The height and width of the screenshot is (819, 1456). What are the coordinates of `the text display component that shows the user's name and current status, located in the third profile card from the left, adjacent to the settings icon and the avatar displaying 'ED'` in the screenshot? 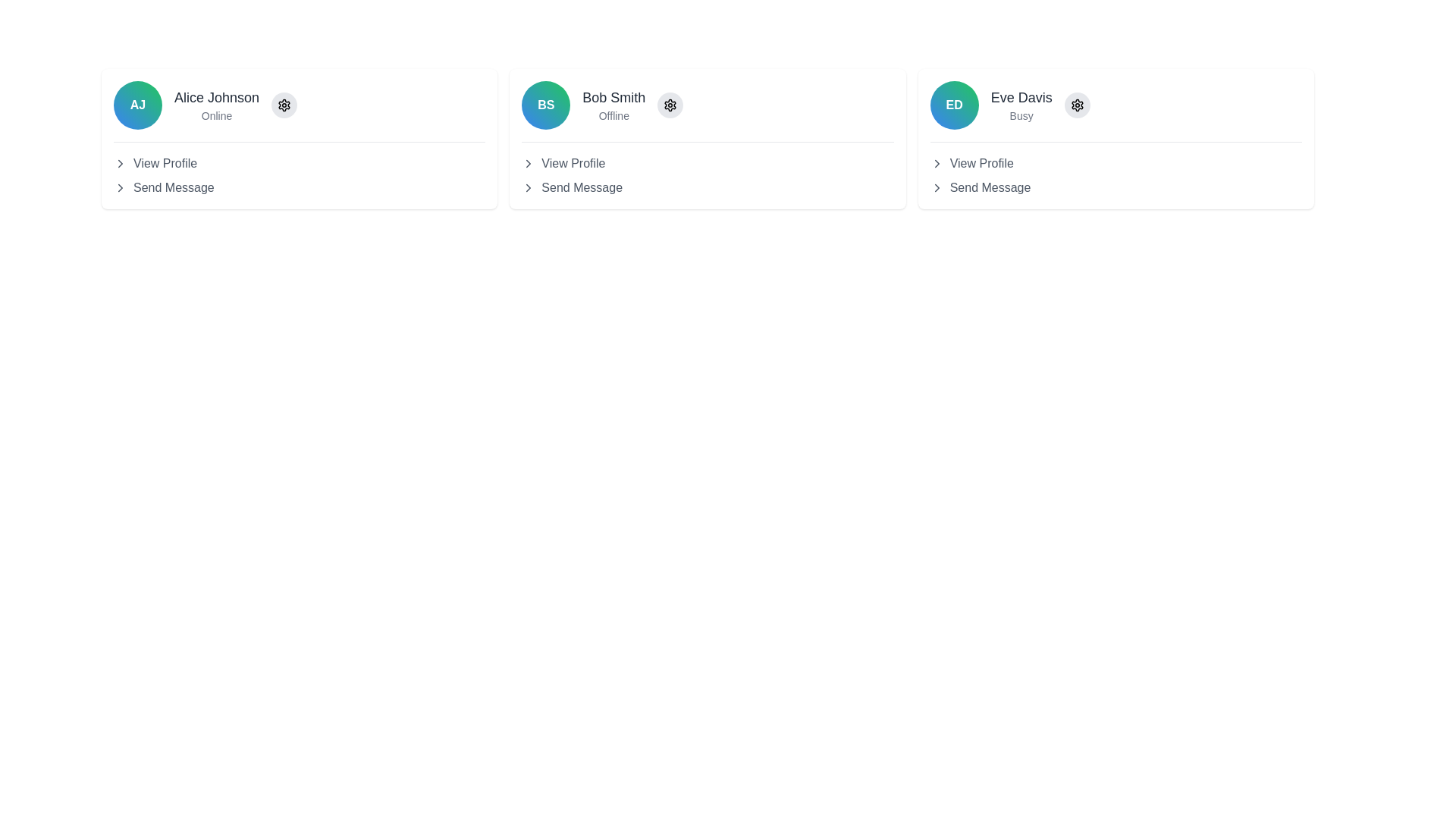 It's located at (1021, 104).